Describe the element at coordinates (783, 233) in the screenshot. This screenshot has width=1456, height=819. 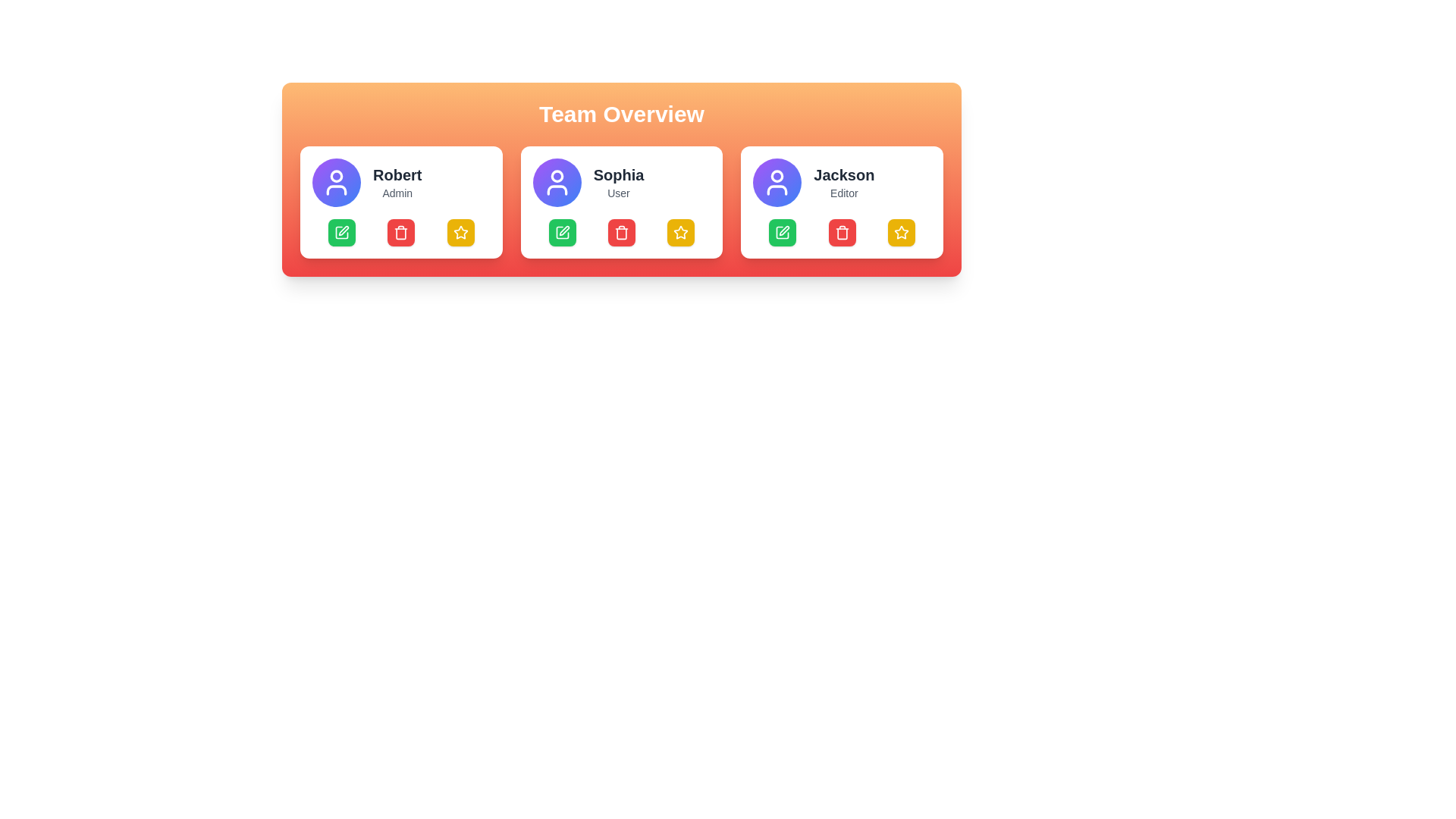
I see `the pencil icon button with a green square background located in the lower-left corner of the card labeled 'Jackson'` at that location.